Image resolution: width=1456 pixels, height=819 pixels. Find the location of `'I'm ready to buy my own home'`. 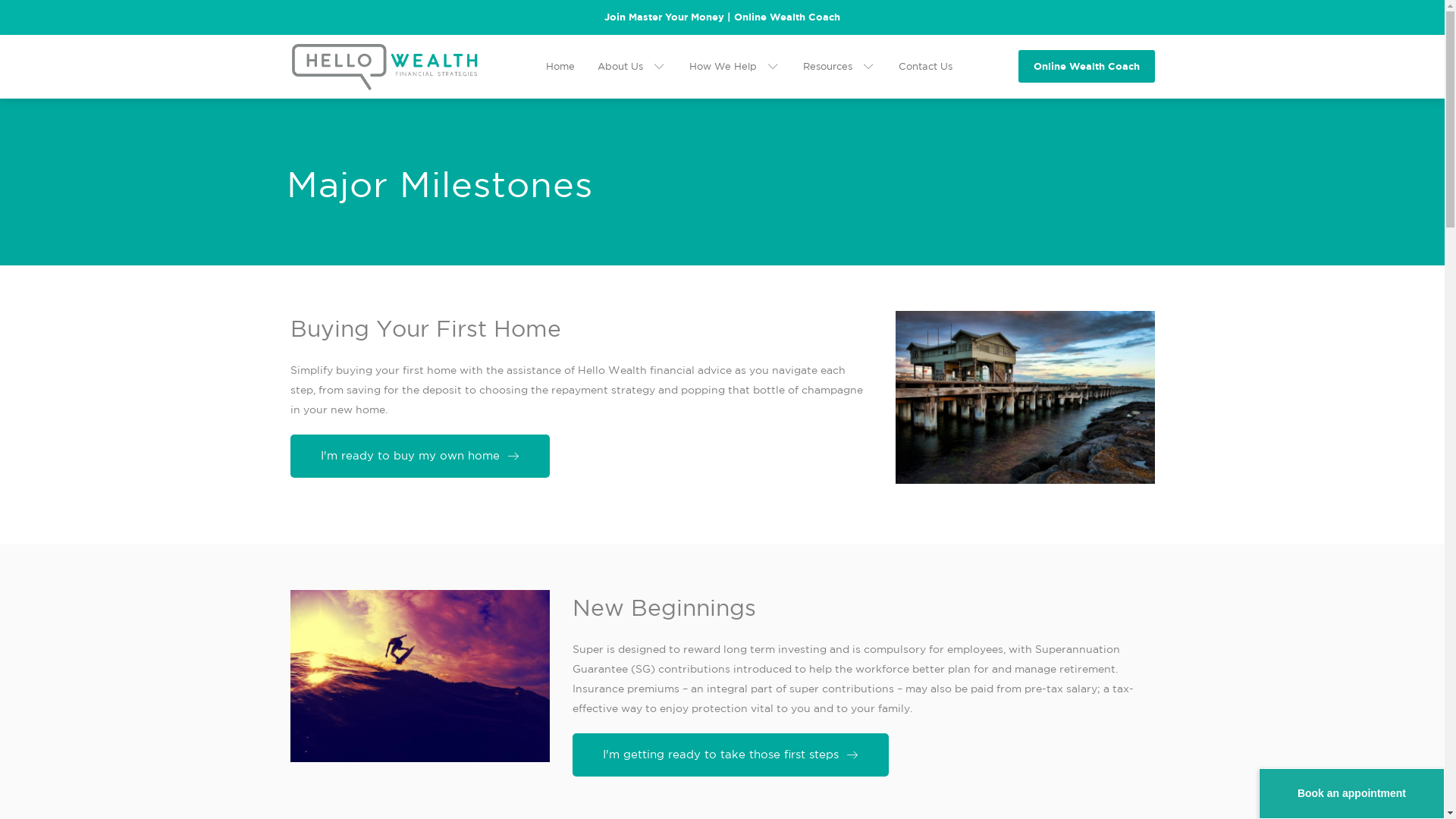

'I'm ready to buy my own home' is located at coordinates (419, 455).